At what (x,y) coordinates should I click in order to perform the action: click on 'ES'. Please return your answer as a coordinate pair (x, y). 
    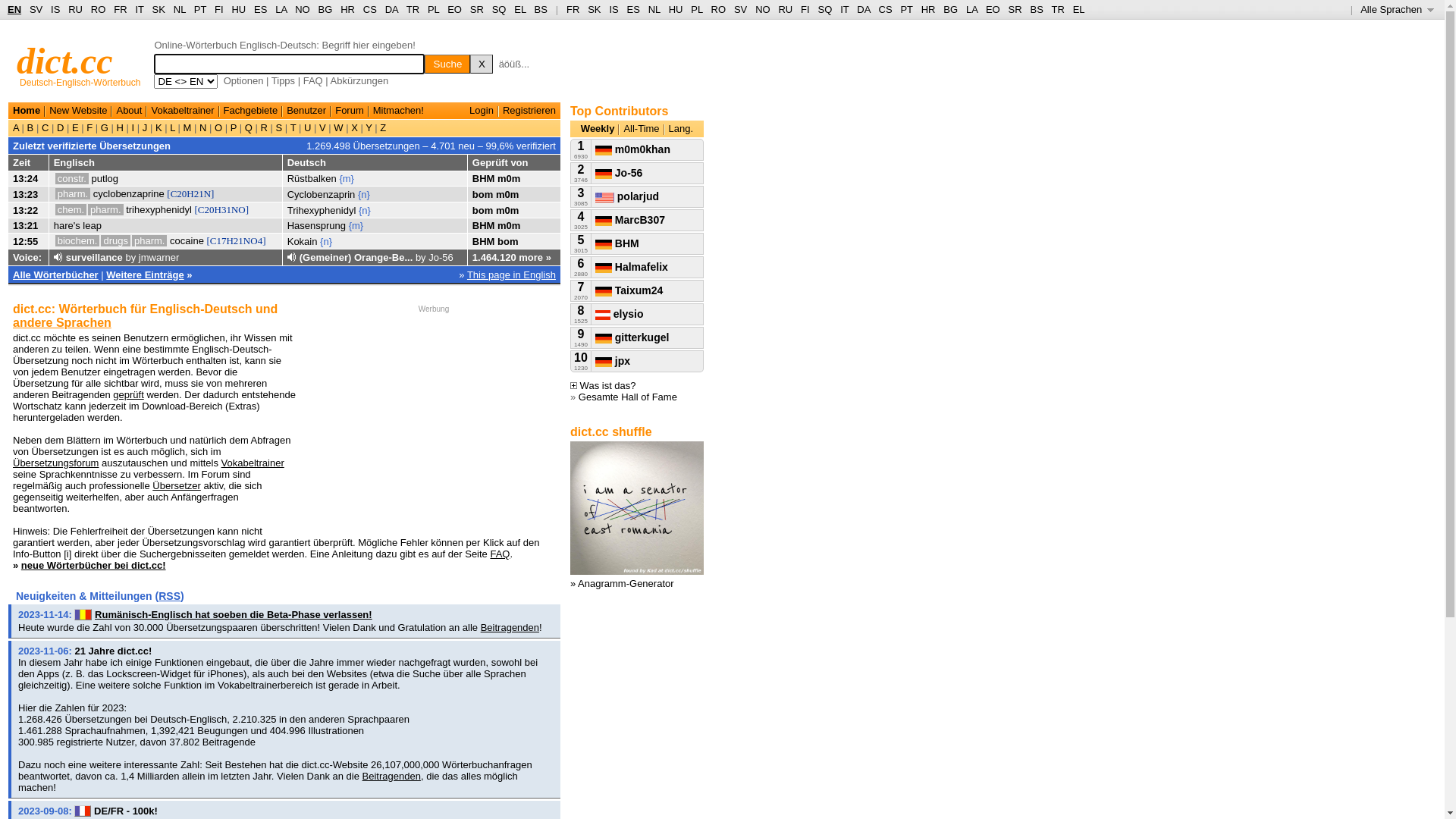
    Looking at the image, I should click on (260, 9).